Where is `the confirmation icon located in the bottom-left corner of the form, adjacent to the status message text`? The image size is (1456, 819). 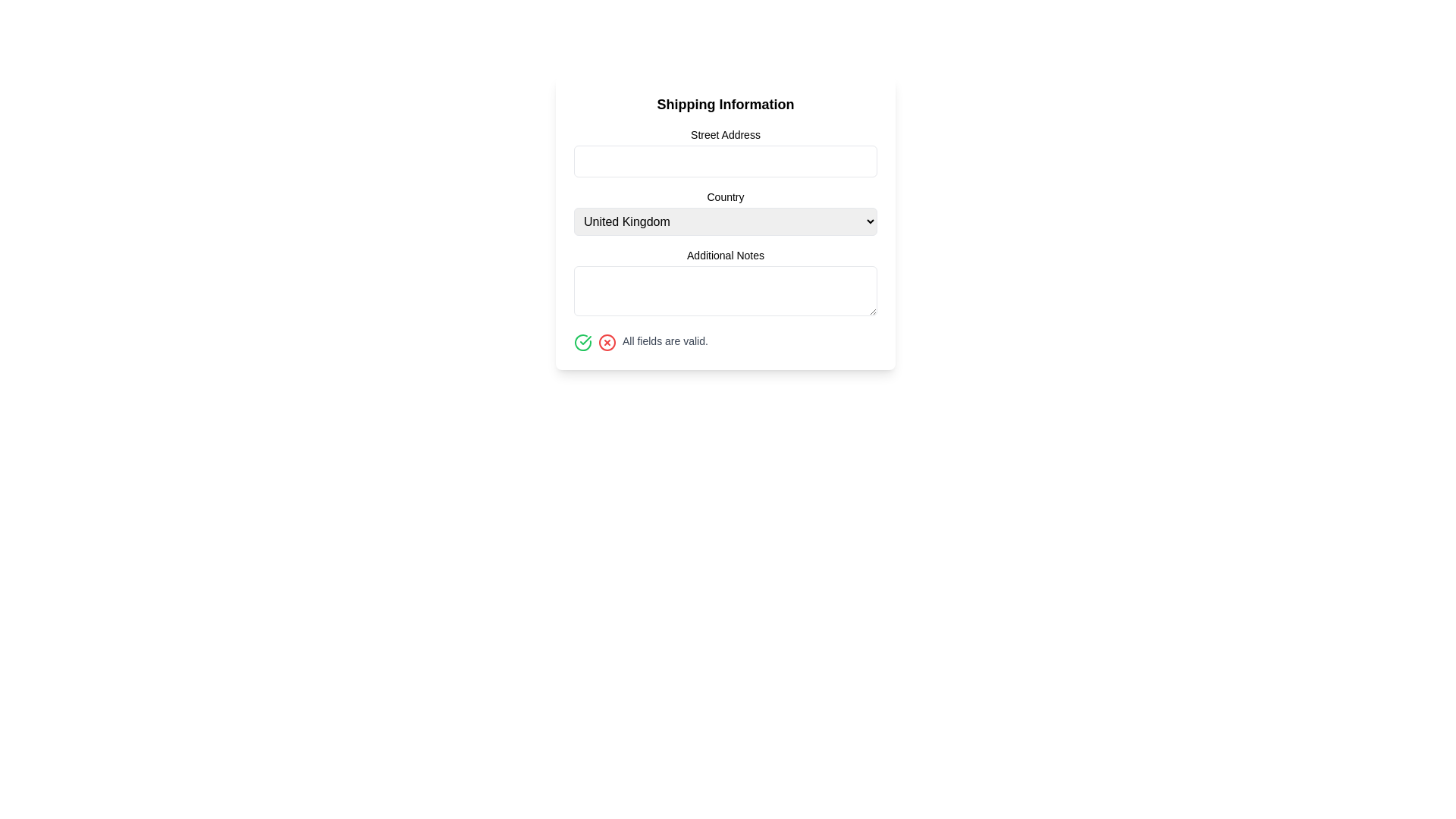
the confirmation icon located in the bottom-left corner of the form, adjacent to the status message text is located at coordinates (582, 342).